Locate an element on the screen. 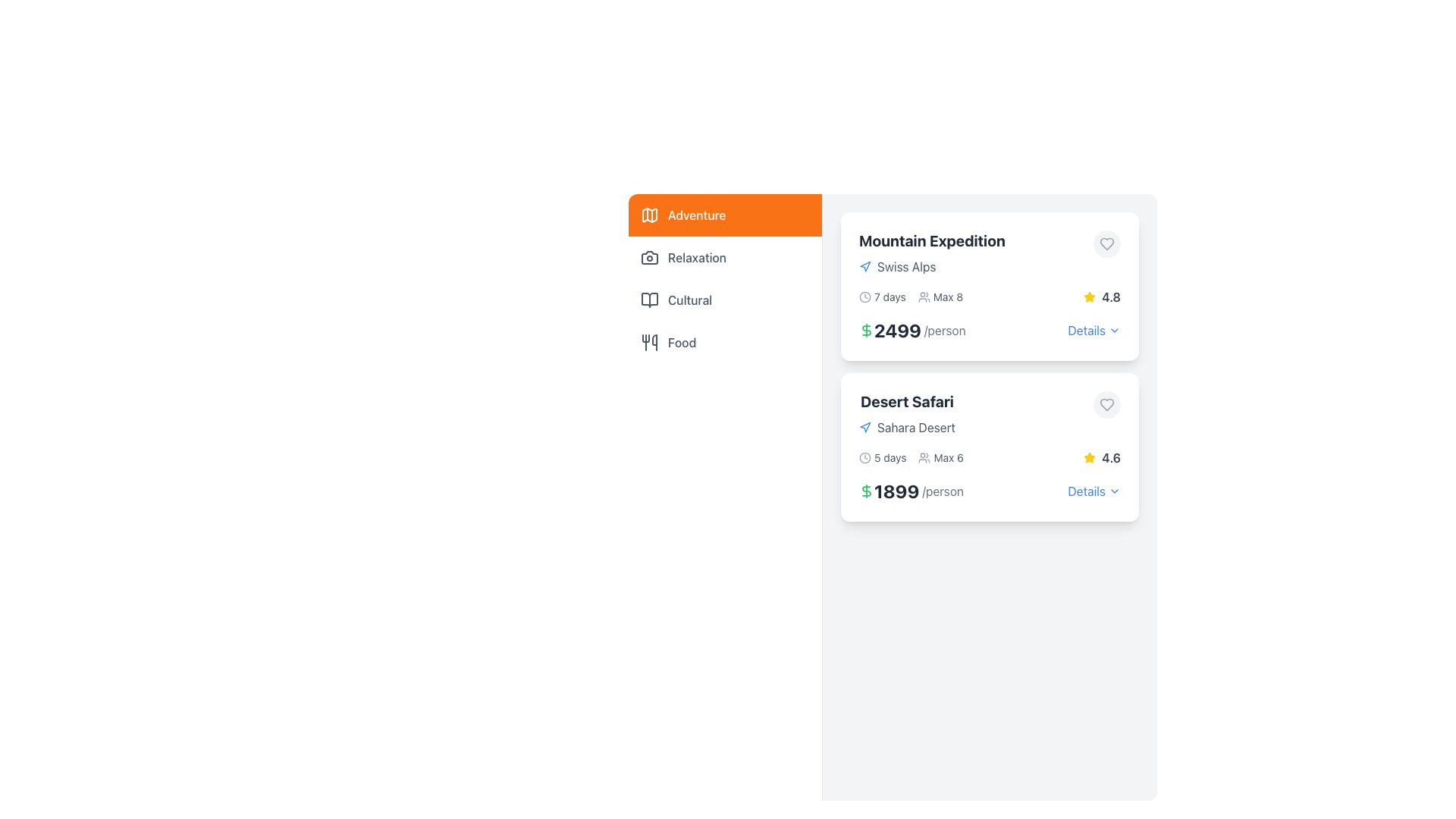 This screenshot has width=1456, height=819. the 'Cultural' button located in the left navigation sidebar is located at coordinates (724, 300).